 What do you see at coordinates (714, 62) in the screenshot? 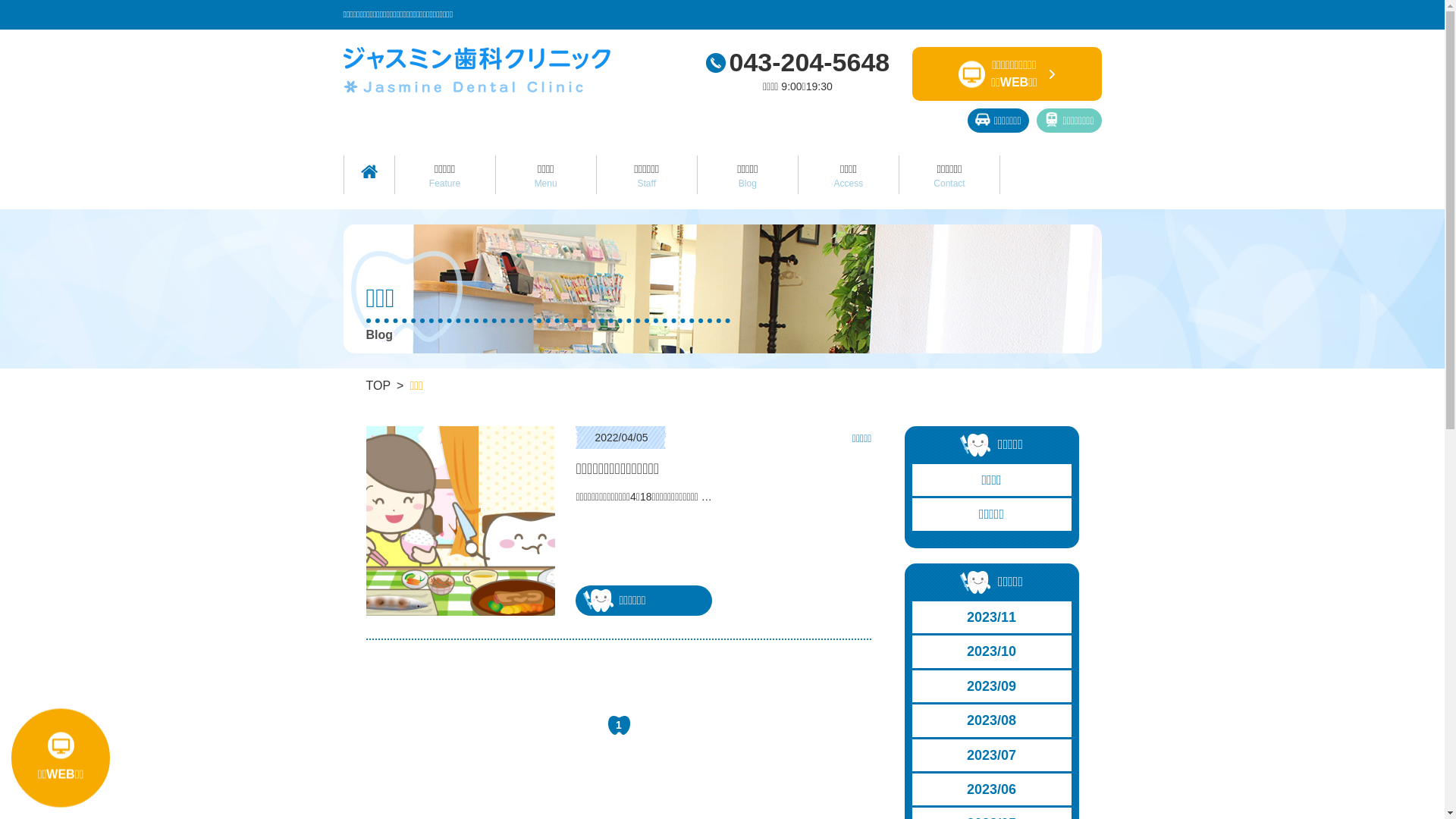
I see `'TEL'` at bounding box center [714, 62].